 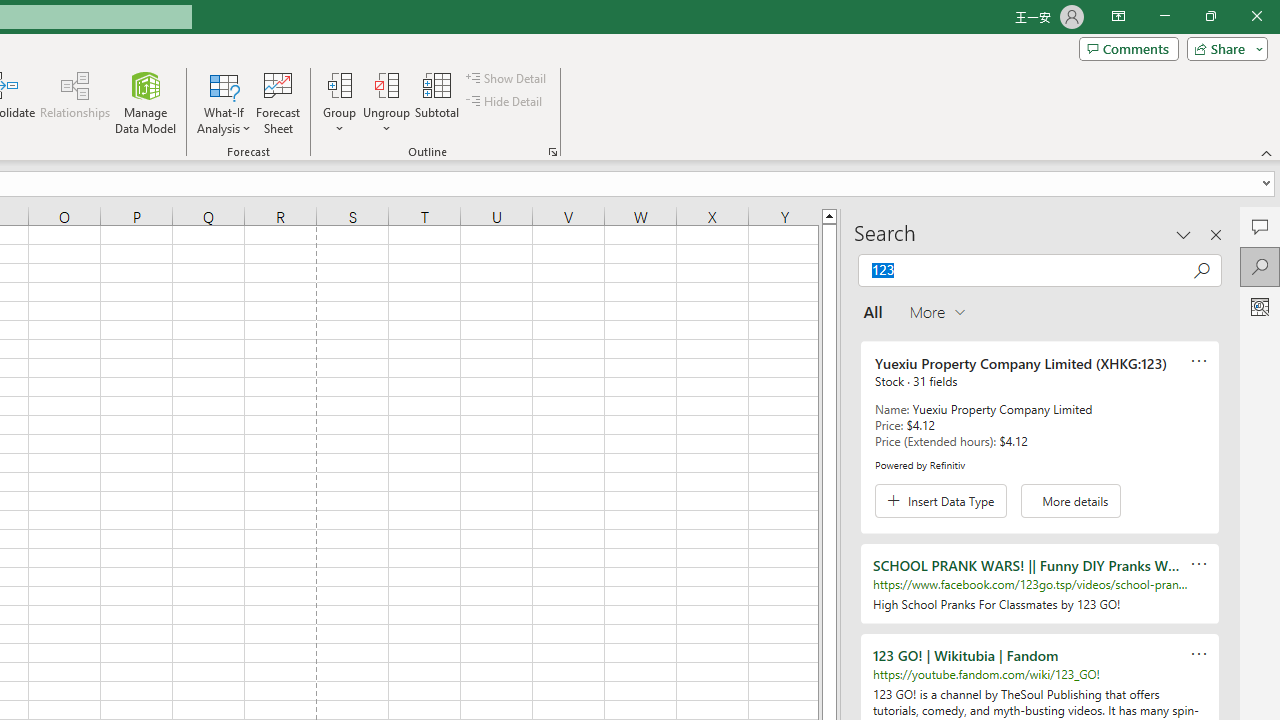 I want to click on 'Hide Detail', so click(x=505, y=101).